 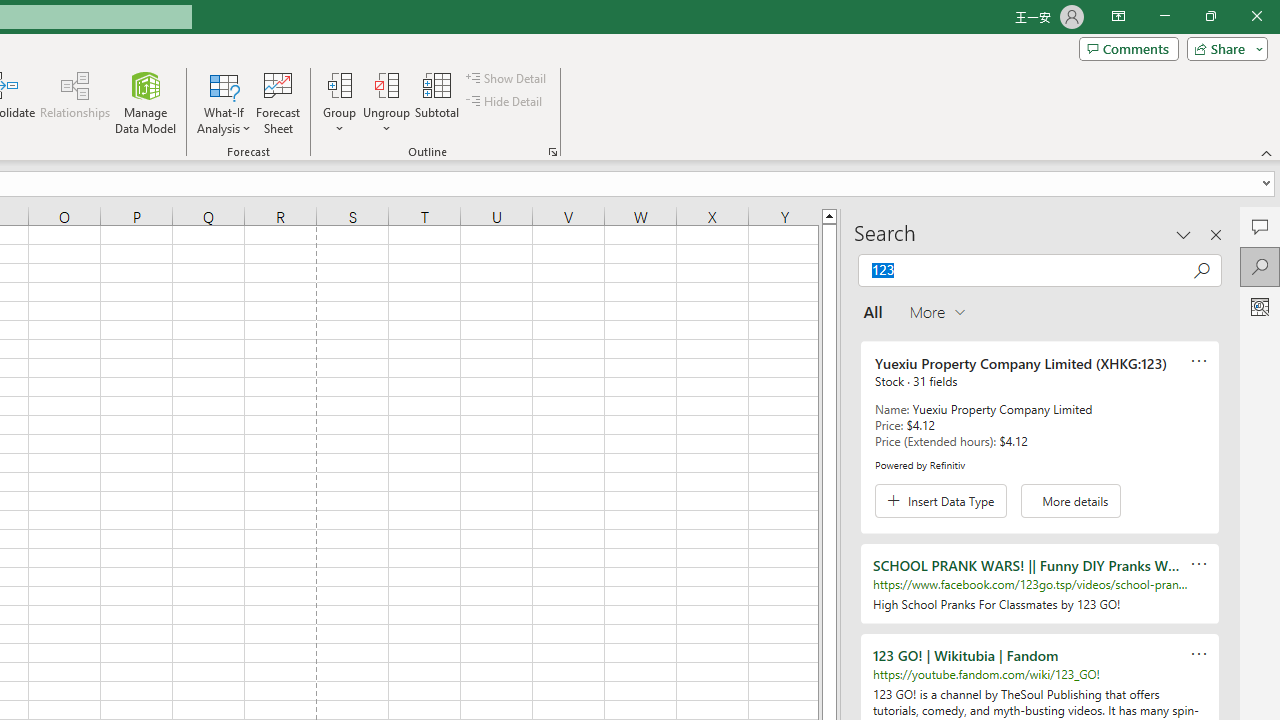 I want to click on 'Hide Detail', so click(x=505, y=101).